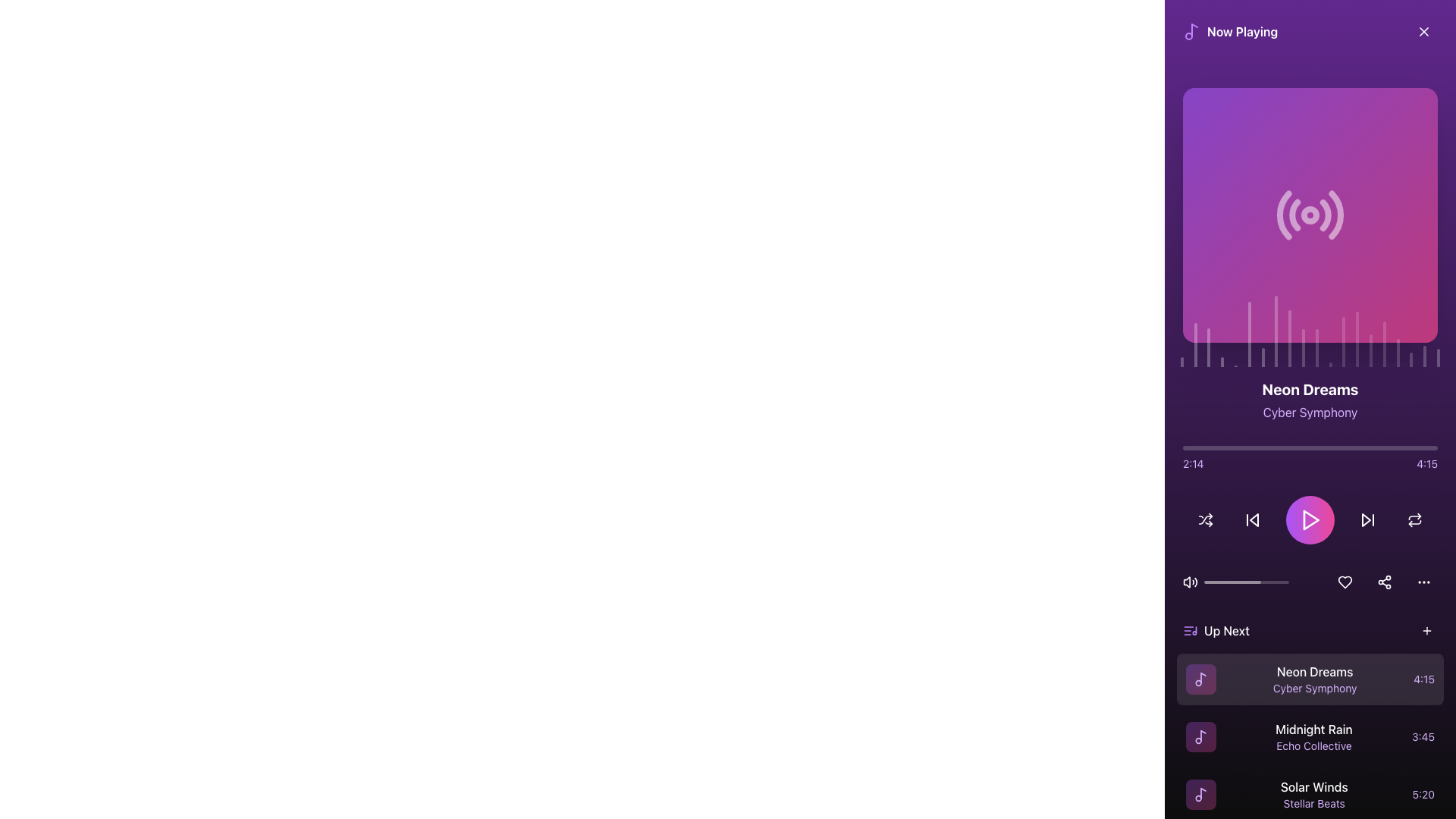 This screenshot has width=1456, height=819. Describe the element at coordinates (1246, 581) in the screenshot. I see `the progress bar element, which is a horizontally oriented bar with a light background and rounded shape, to adjust the progress` at that location.